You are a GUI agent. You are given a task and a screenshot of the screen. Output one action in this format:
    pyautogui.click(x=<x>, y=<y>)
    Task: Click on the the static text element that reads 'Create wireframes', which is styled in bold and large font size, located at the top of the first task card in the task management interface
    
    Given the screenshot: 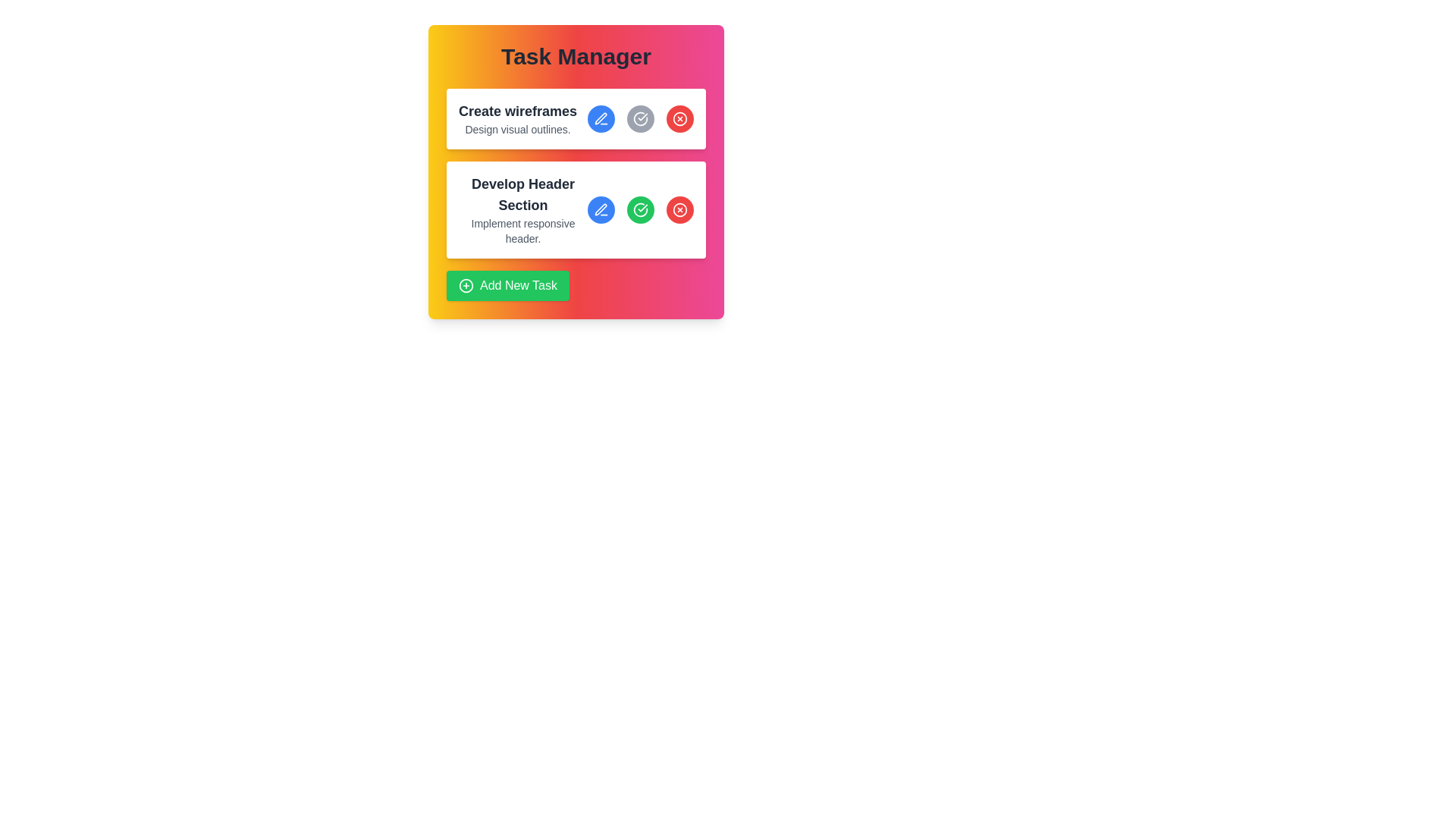 What is the action you would take?
    pyautogui.click(x=518, y=110)
    